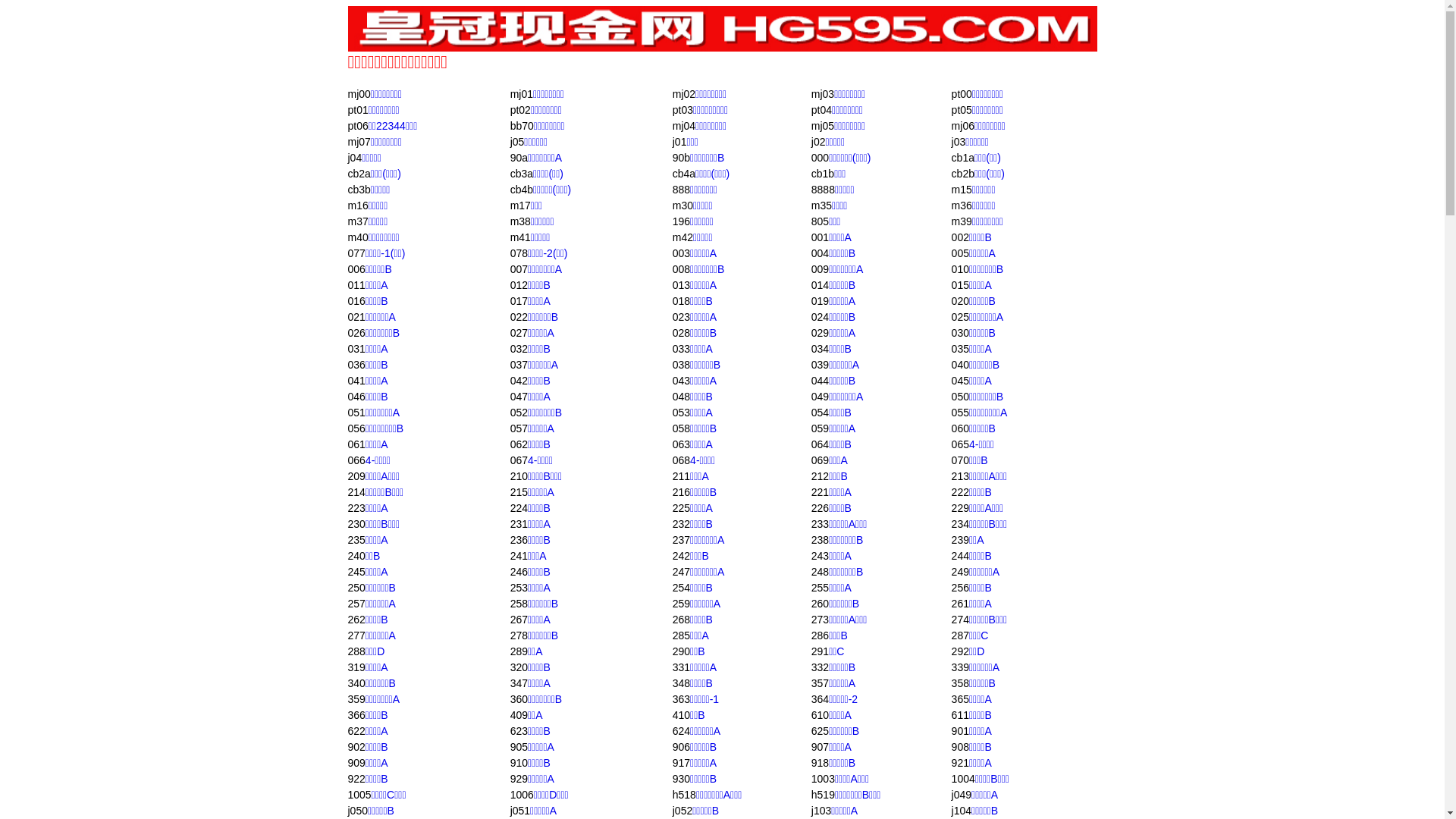 Image resolution: width=1456 pixels, height=819 pixels. I want to click on 'm36', so click(961, 205).